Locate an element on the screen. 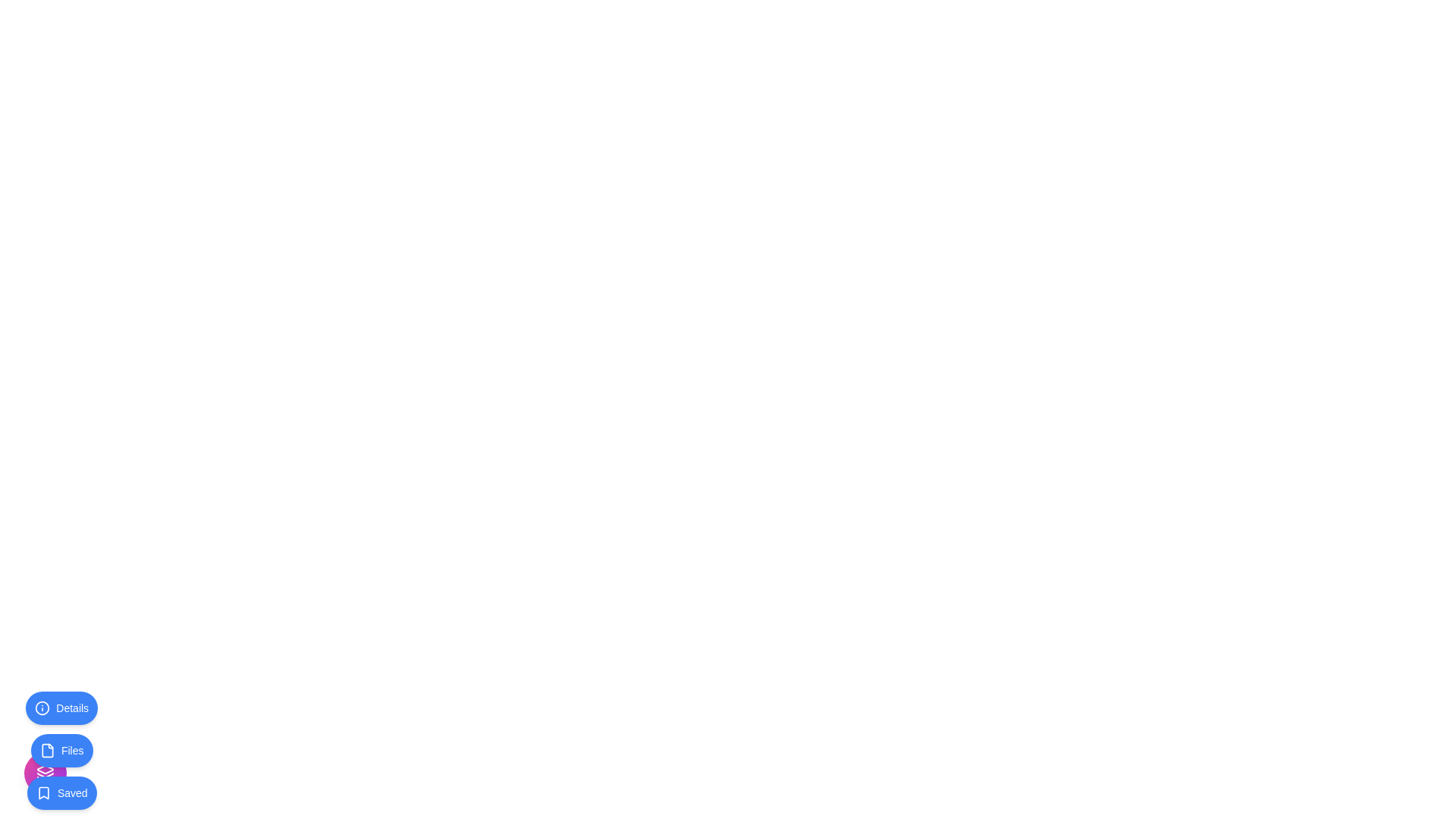 This screenshot has width=1456, height=819. the file document icon located within the blue circular button labeled 'Files' is located at coordinates (47, 751).